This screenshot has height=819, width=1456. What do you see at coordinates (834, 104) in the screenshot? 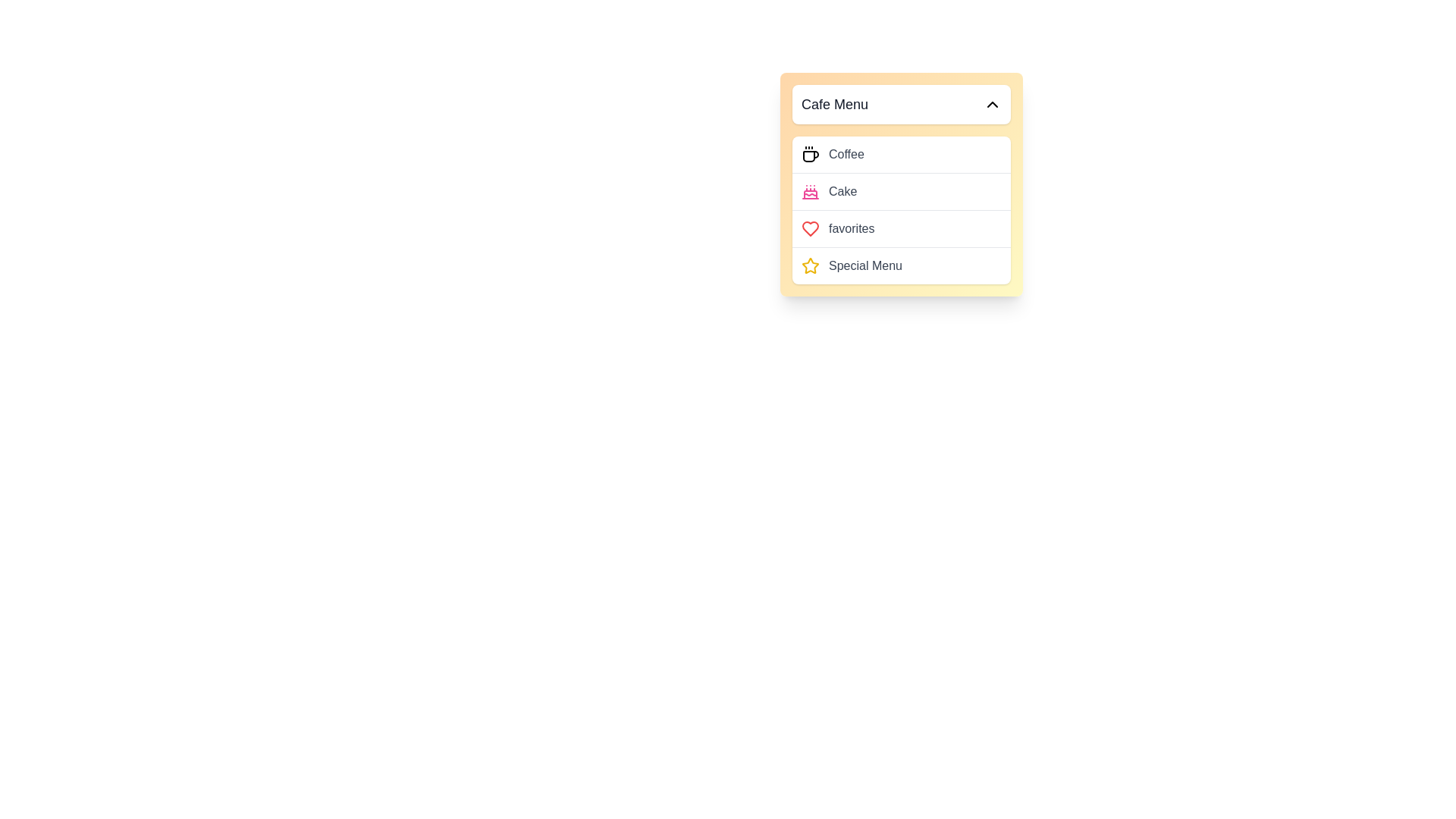
I see `the static text element displaying 'Cafe Menu', which is located at the top-left section of the main interface, before a small chevron-up icon` at bounding box center [834, 104].